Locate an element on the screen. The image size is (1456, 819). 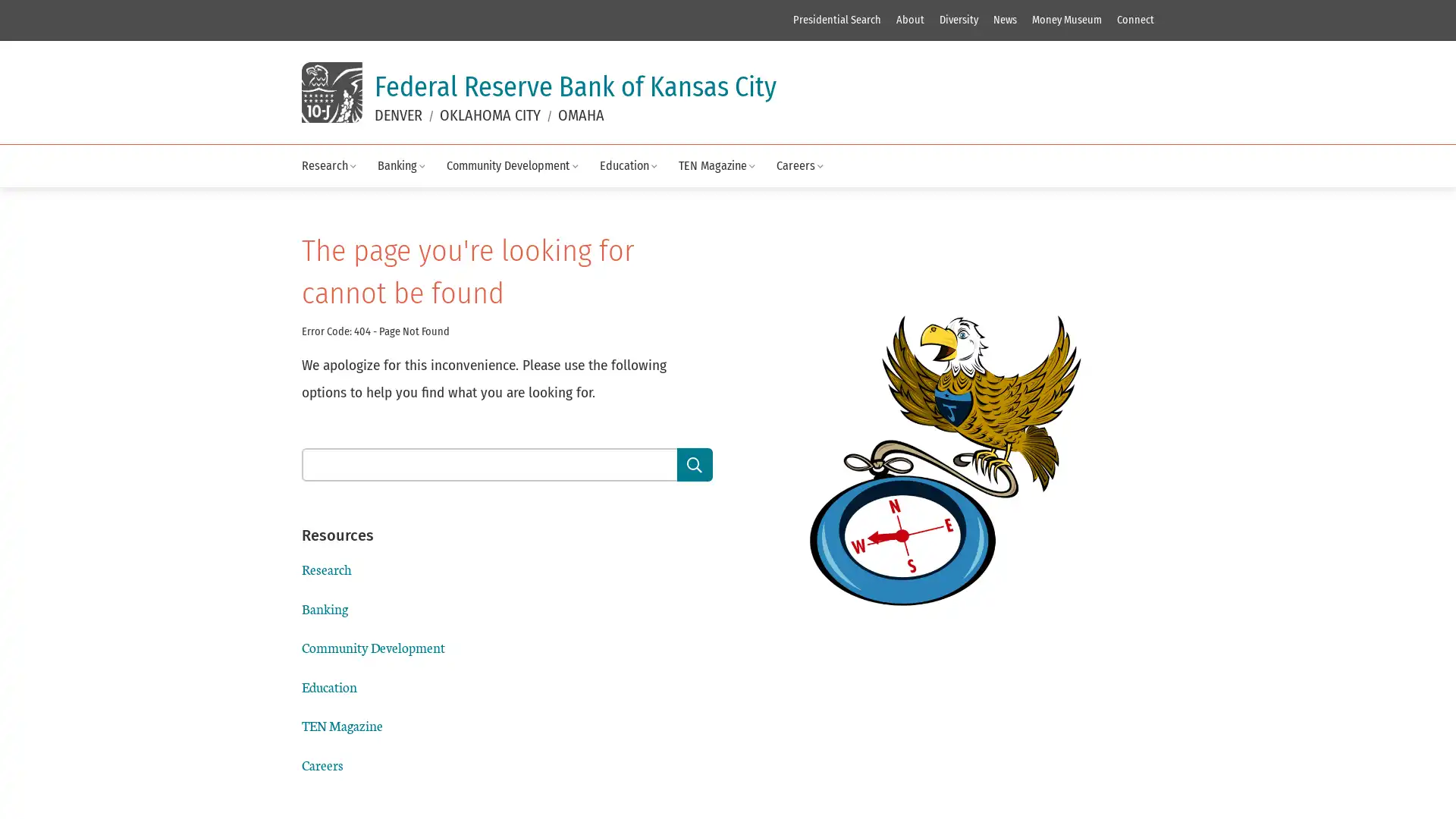
TEN Magazine is located at coordinates (715, 165).